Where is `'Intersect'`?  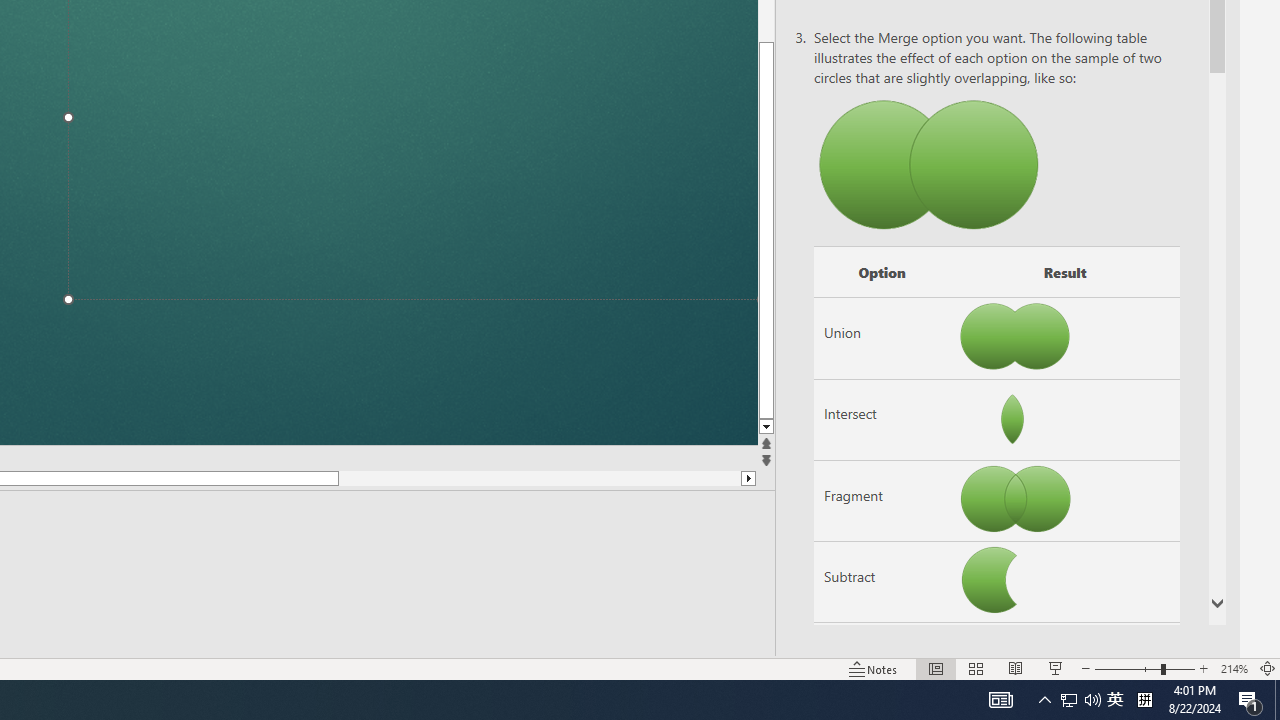
'Intersect' is located at coordinates (880, 418).